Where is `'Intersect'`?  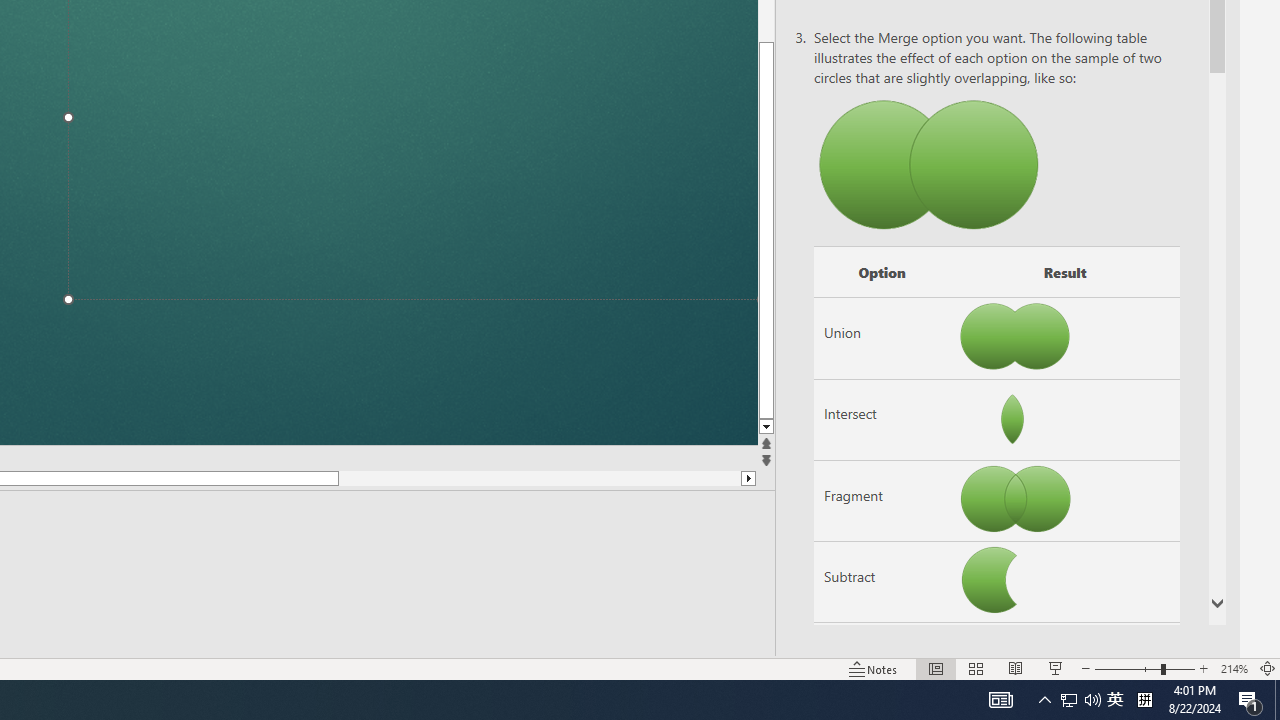
'Intersect' is located at coordinates (880, 418).